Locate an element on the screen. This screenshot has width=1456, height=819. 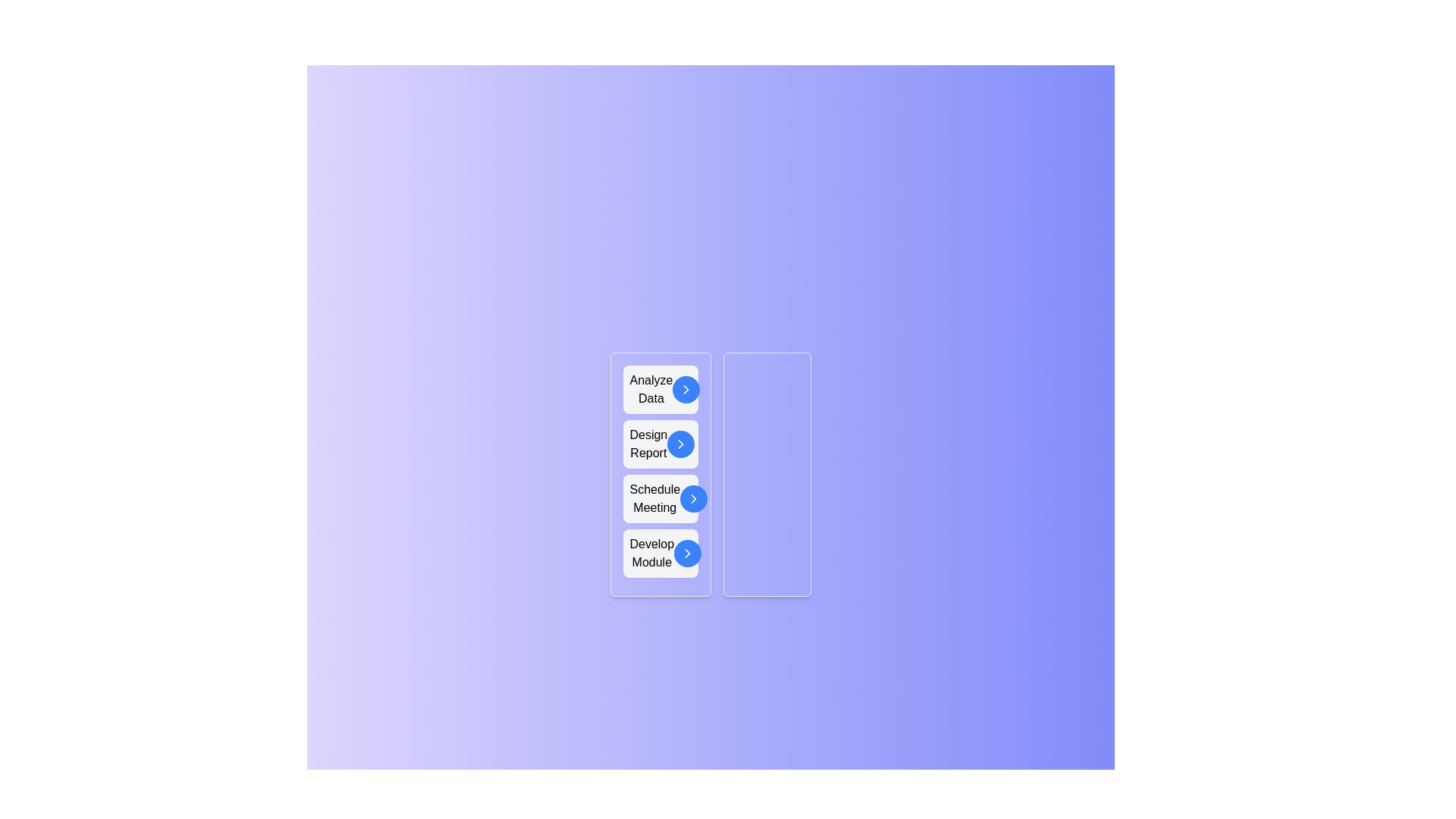
the task 'Analyze Data' to reveal additional visual effects or tooltips is located at coordinates (644, 378).